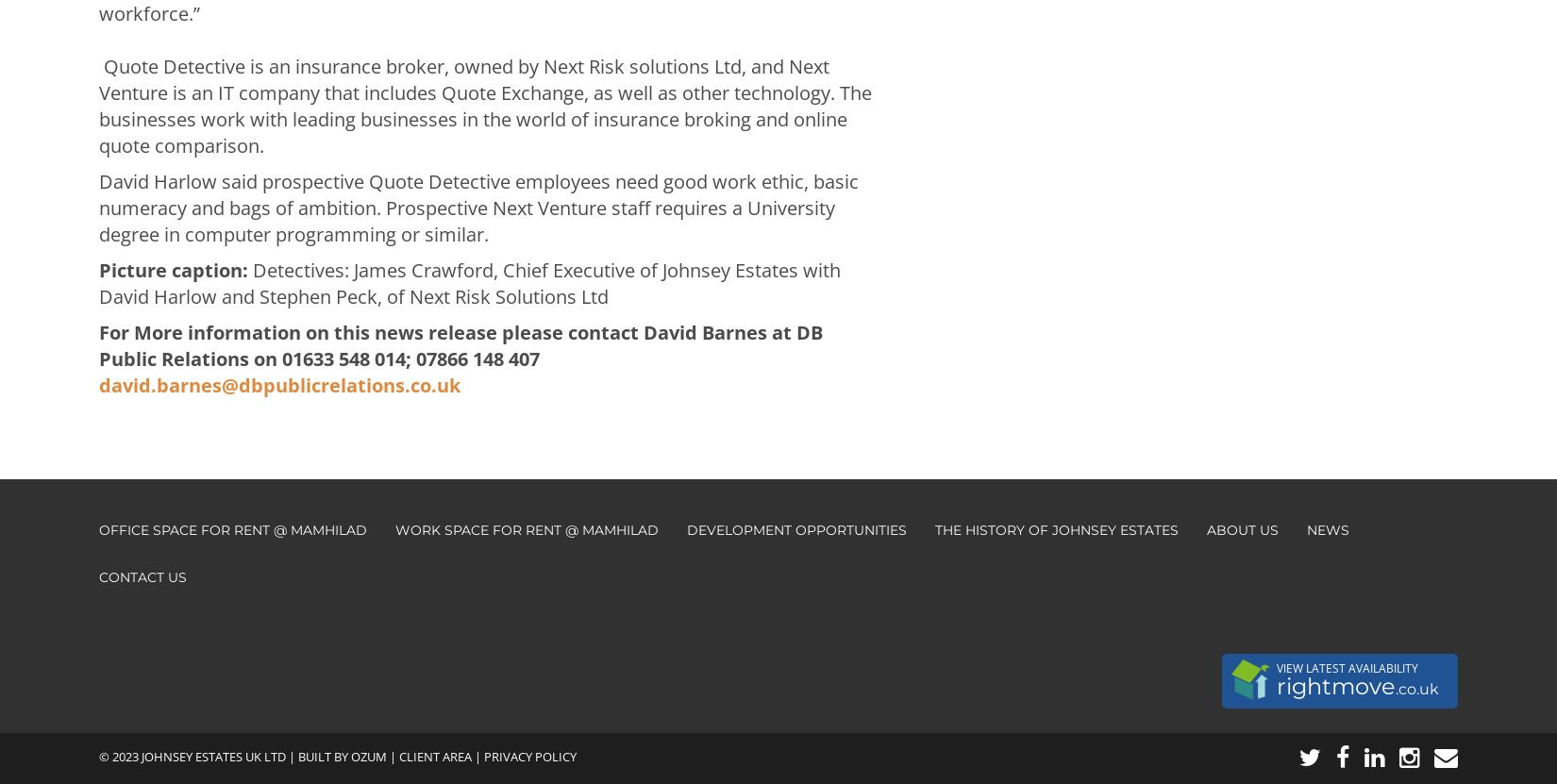 The image size is (1557, 784). Describe the element at coordinates (1057, 530) in the screenshot. I see `'The History of Johnsey Estates'` at that location.